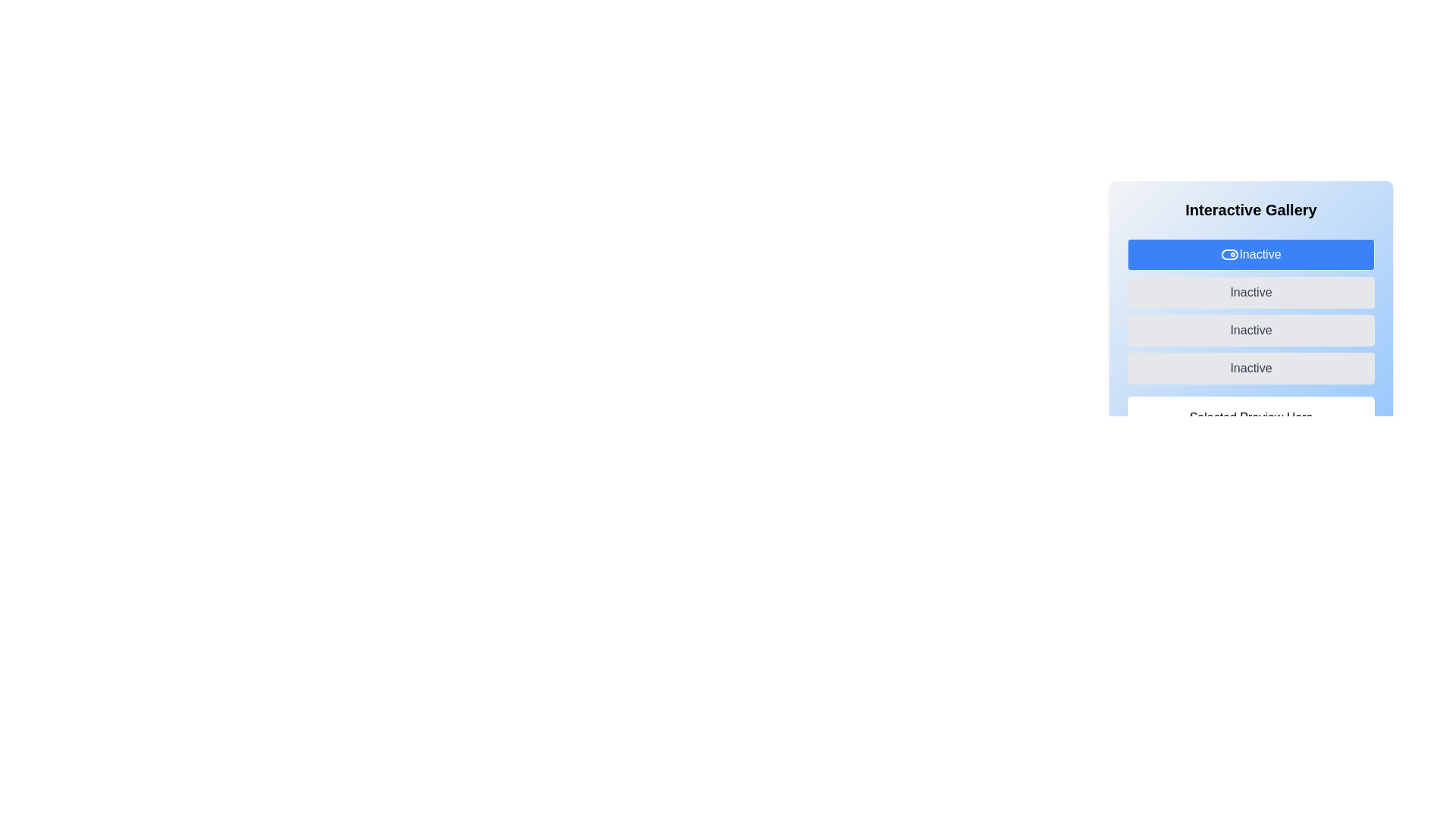  What do you see at coordinates (1251, 253) in the screenshot?
I see `the button corresponding to 0 to activate it and update the preview` at bounding box center [1251, 253].